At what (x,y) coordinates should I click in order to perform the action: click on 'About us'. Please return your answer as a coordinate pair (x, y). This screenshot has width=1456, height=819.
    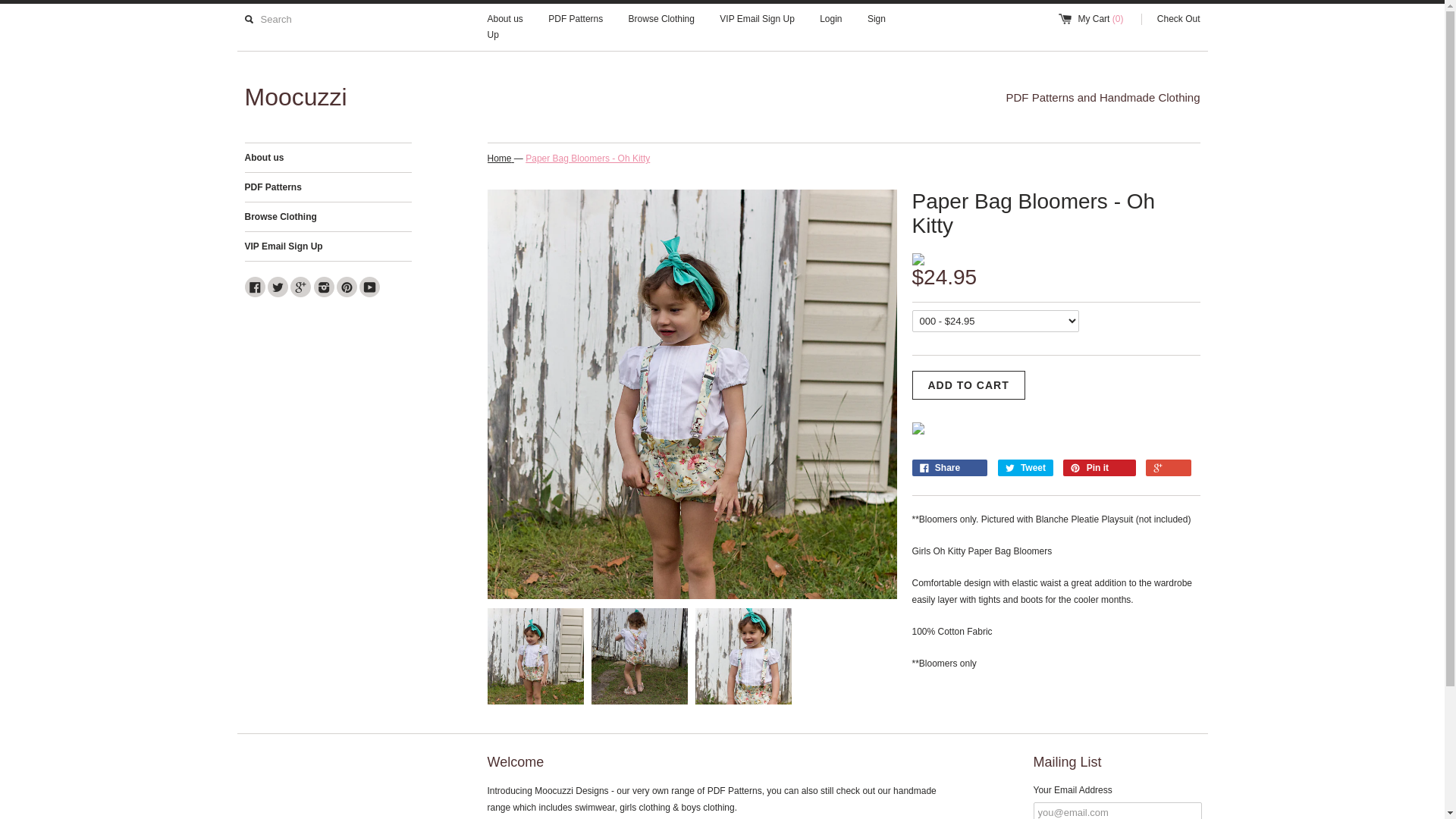
    Looking at the image, I should click on (327, 158).